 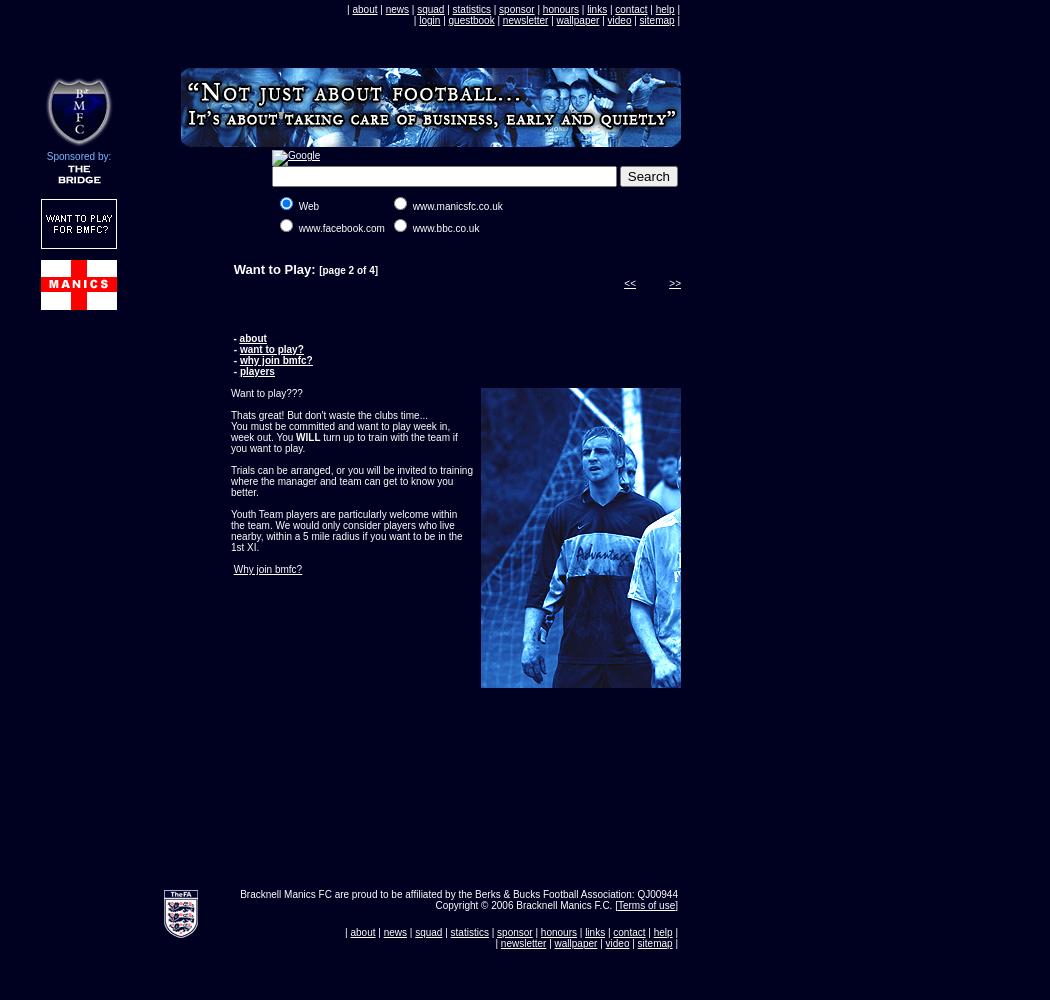 I want to click on 'squad', so click(x=429, y=9).